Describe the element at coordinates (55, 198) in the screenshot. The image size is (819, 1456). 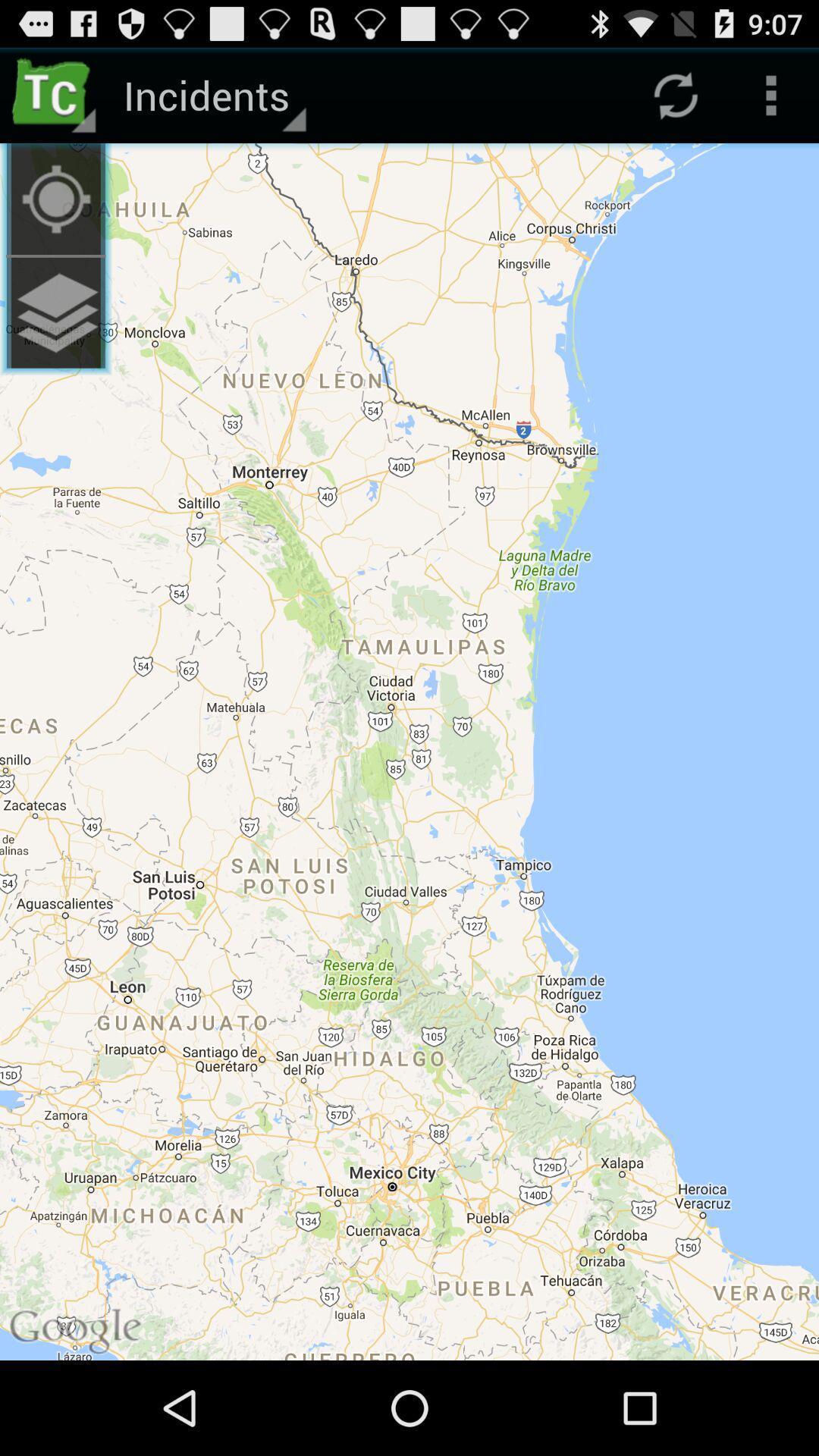
I see `icon next to the incidents app` at that location.